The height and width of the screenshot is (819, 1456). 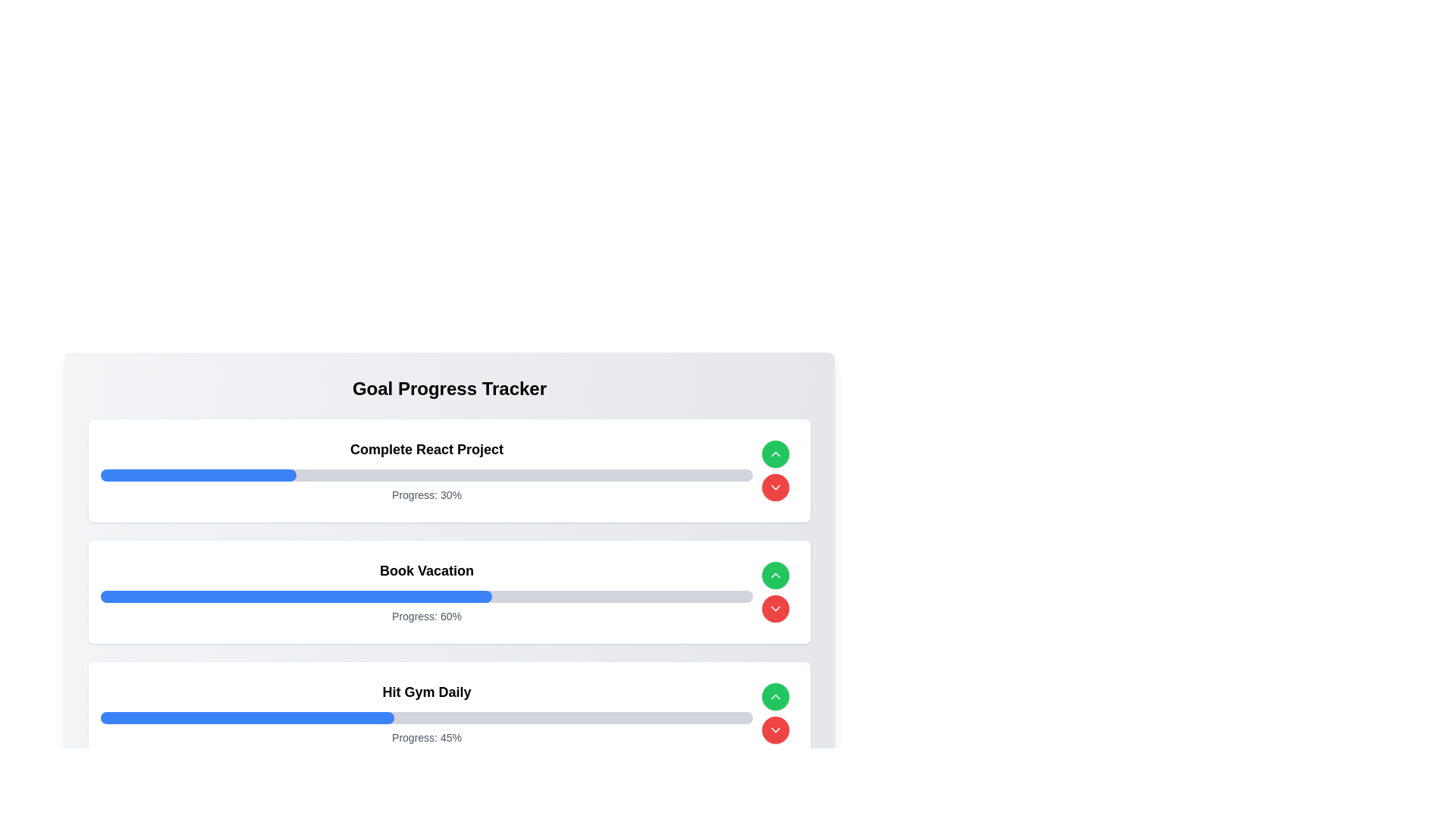 I want to click on the circular red button with a white downwards chevron icon located in the bottom-right corner of the 'Hit Gym Daily' progress tracker row to observe its hover effect, so click(x=775, y=730).